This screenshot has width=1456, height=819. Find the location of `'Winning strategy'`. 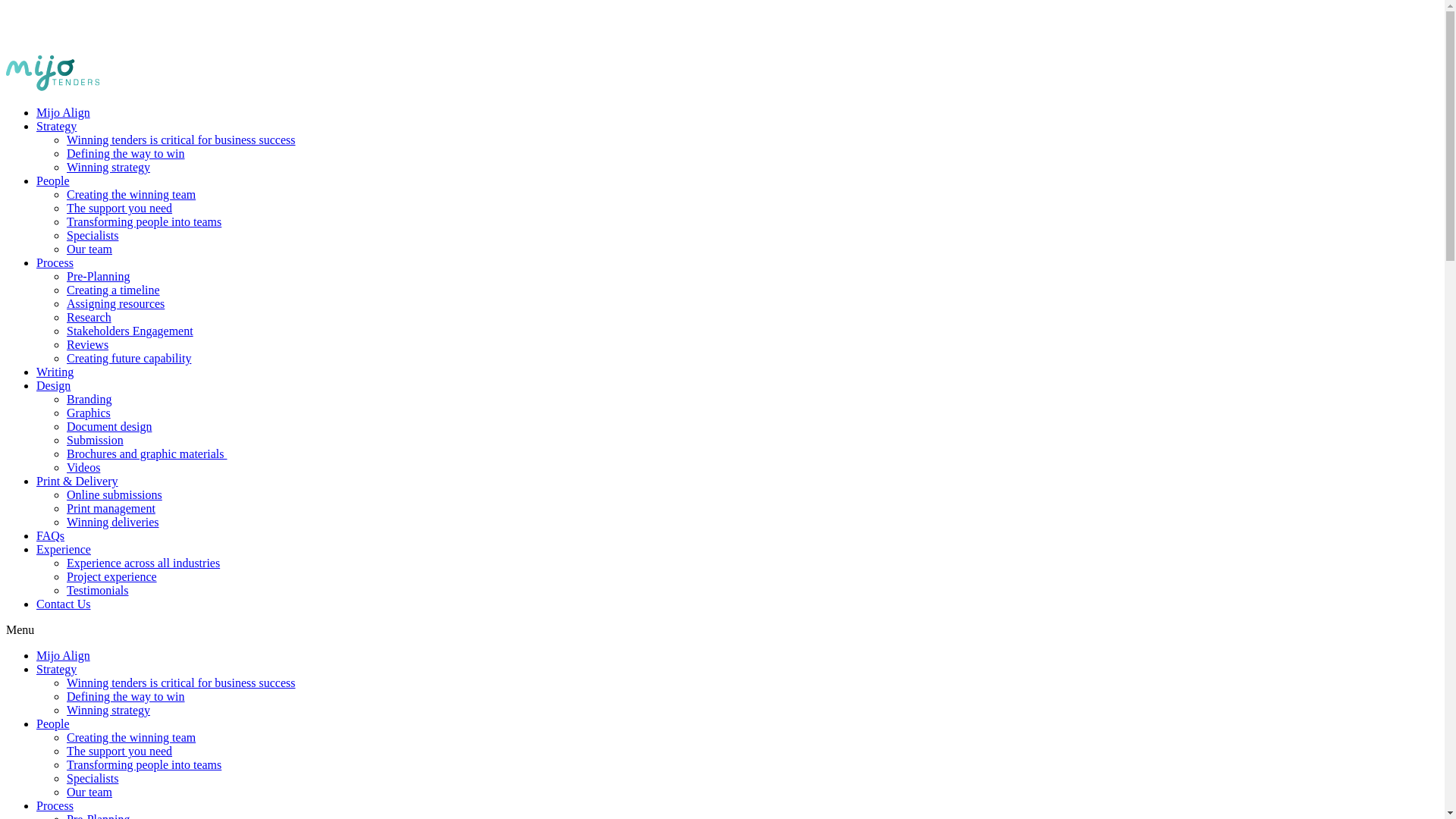

'Winning strategy' is located at coordinates (108, 167).